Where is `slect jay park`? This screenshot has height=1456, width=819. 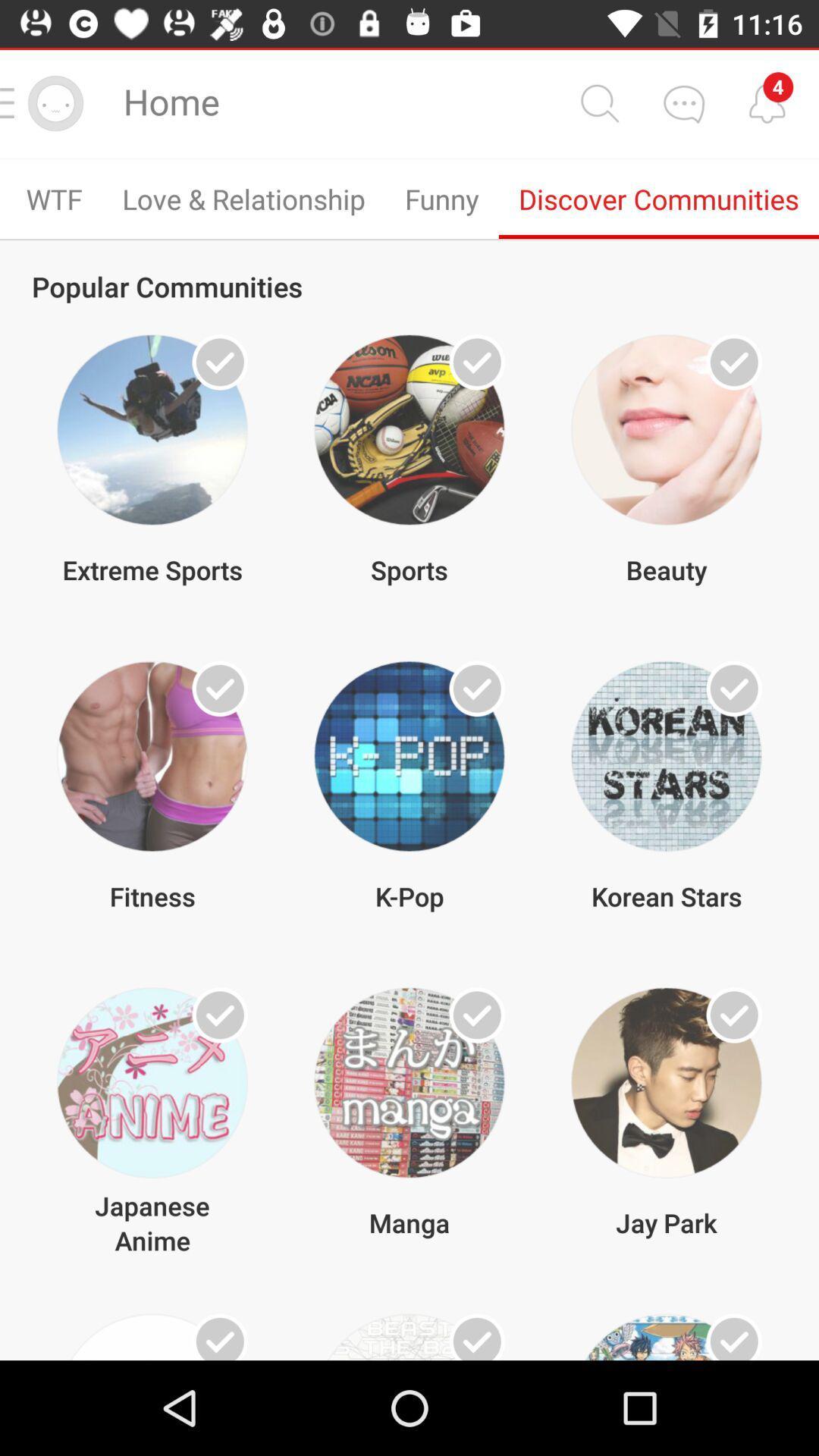 slect jay park is located at coordinates (733, 1015).